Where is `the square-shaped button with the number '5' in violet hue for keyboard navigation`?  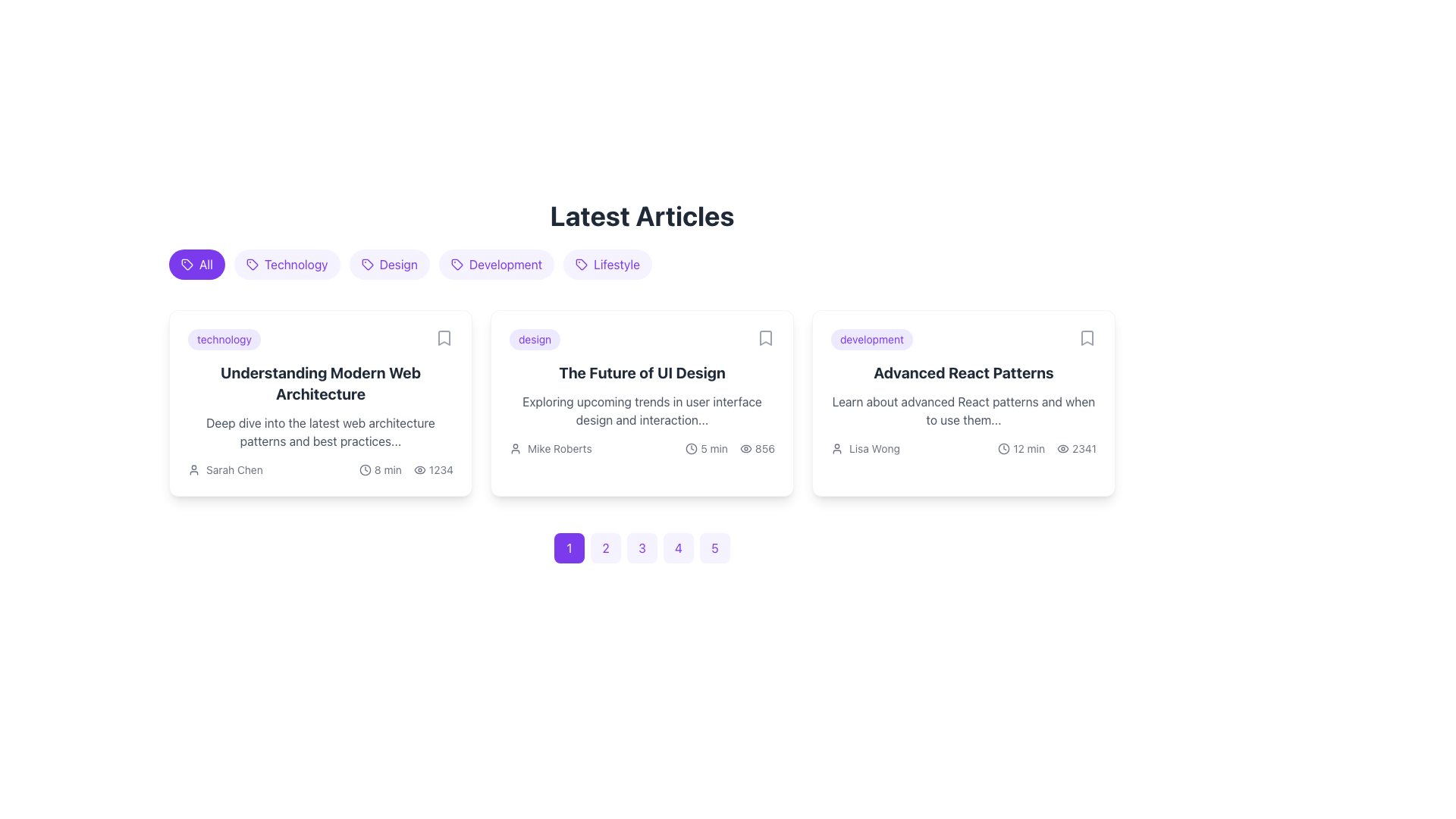
the square-shaped button with the number '5' in violet hue for keyboard navigation is located at coordinates (714, 548).